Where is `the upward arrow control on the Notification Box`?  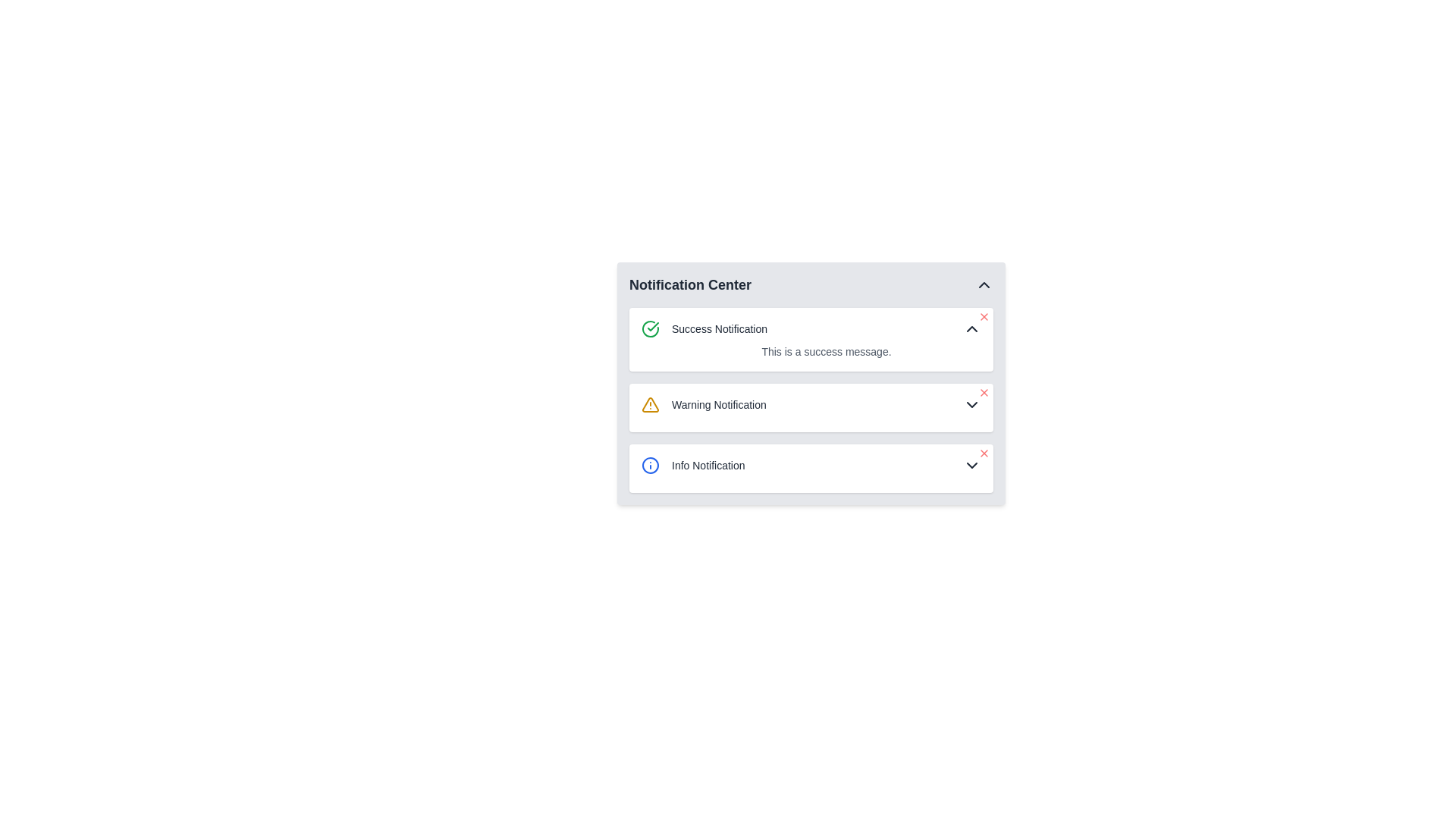 the upward arrow control on the Notification Box is located at coordinates (811, 338).